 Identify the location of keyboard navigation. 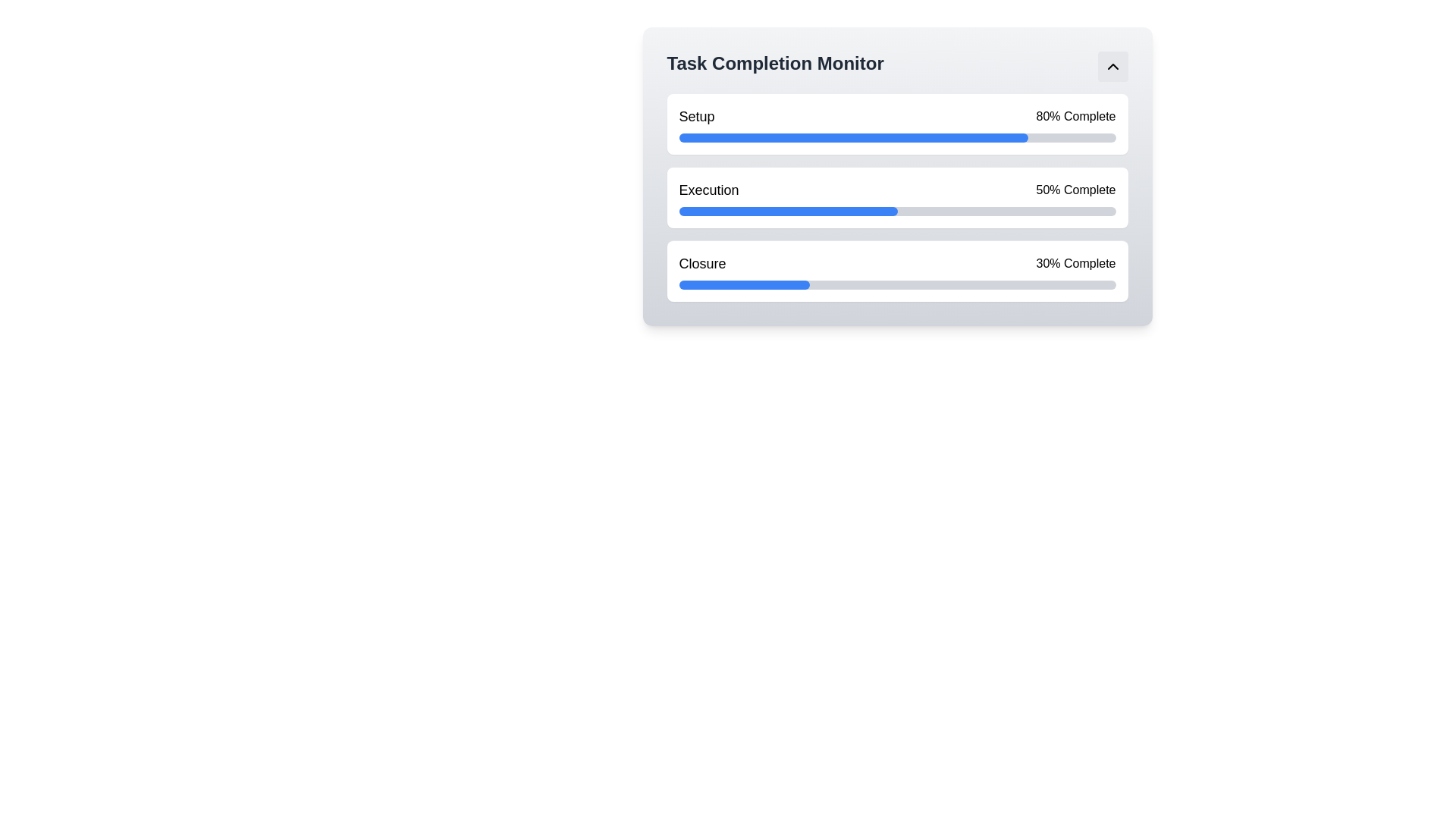
(1112, 66).